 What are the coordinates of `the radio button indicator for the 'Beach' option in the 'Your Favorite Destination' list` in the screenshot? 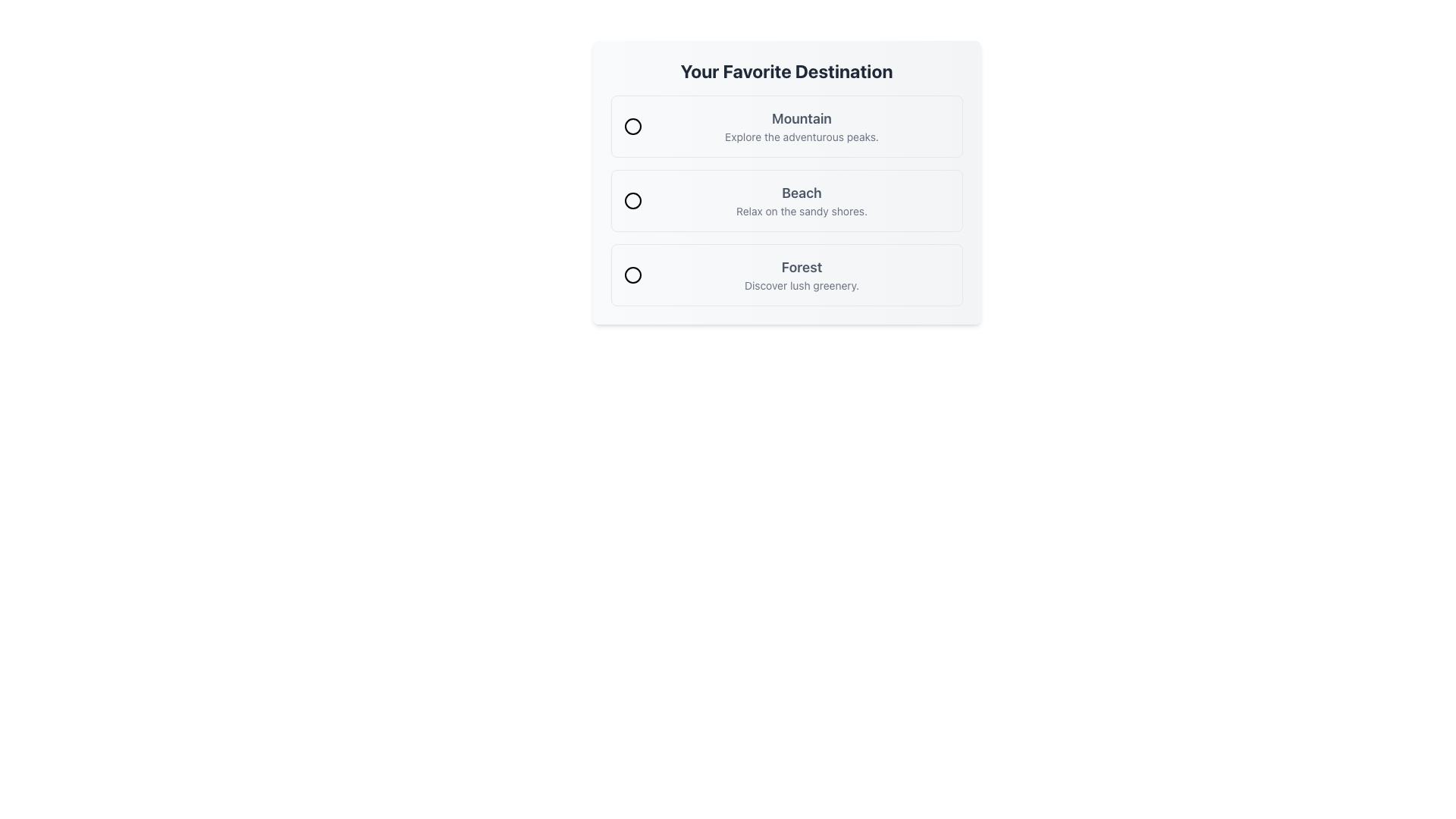 It's located at (632, 200).